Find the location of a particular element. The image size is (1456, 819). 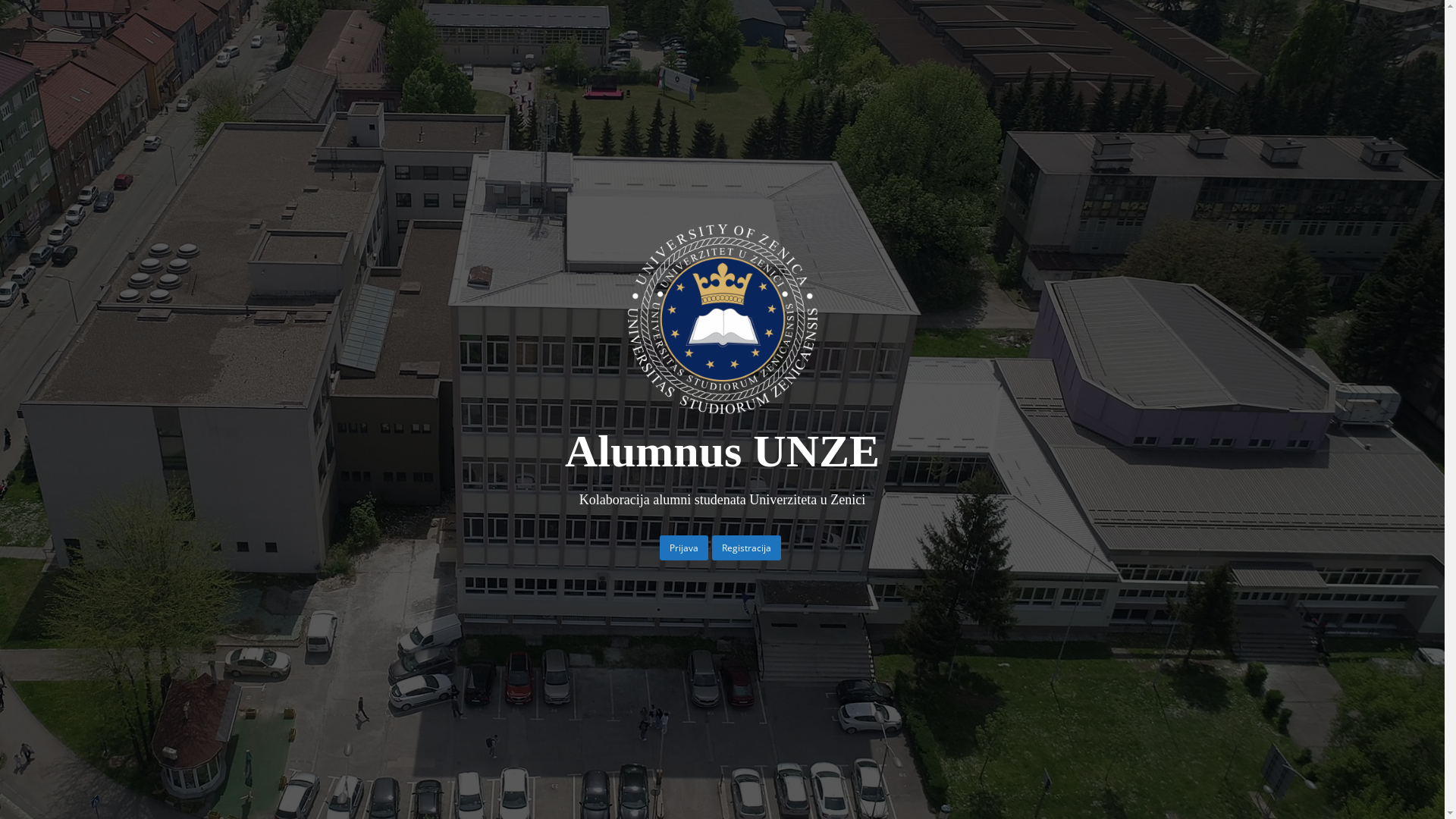

'Registracija' is located at coordinates (711, 548).